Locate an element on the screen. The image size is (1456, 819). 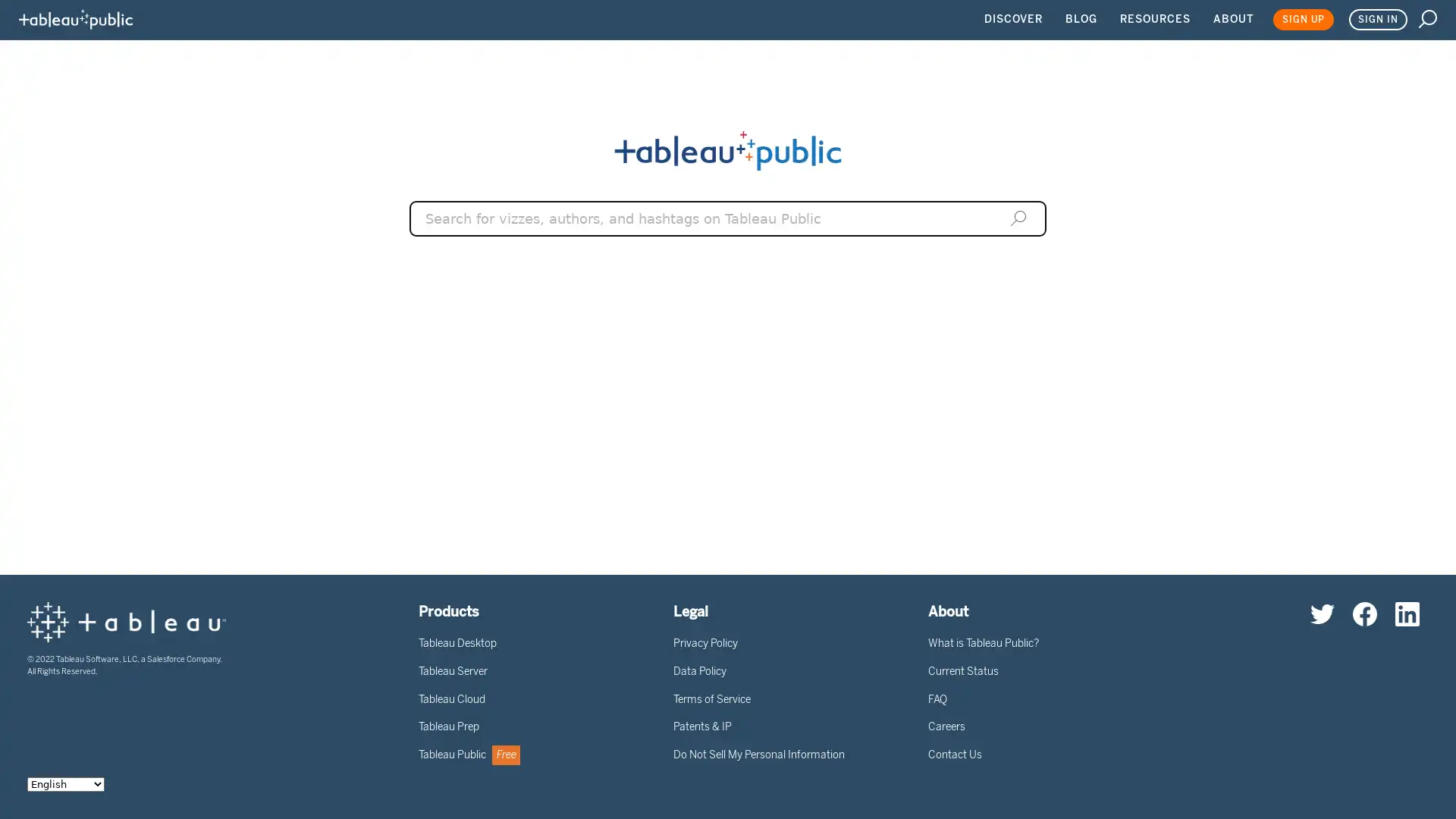
SIGN IN is located at coordinates (1378, 20).